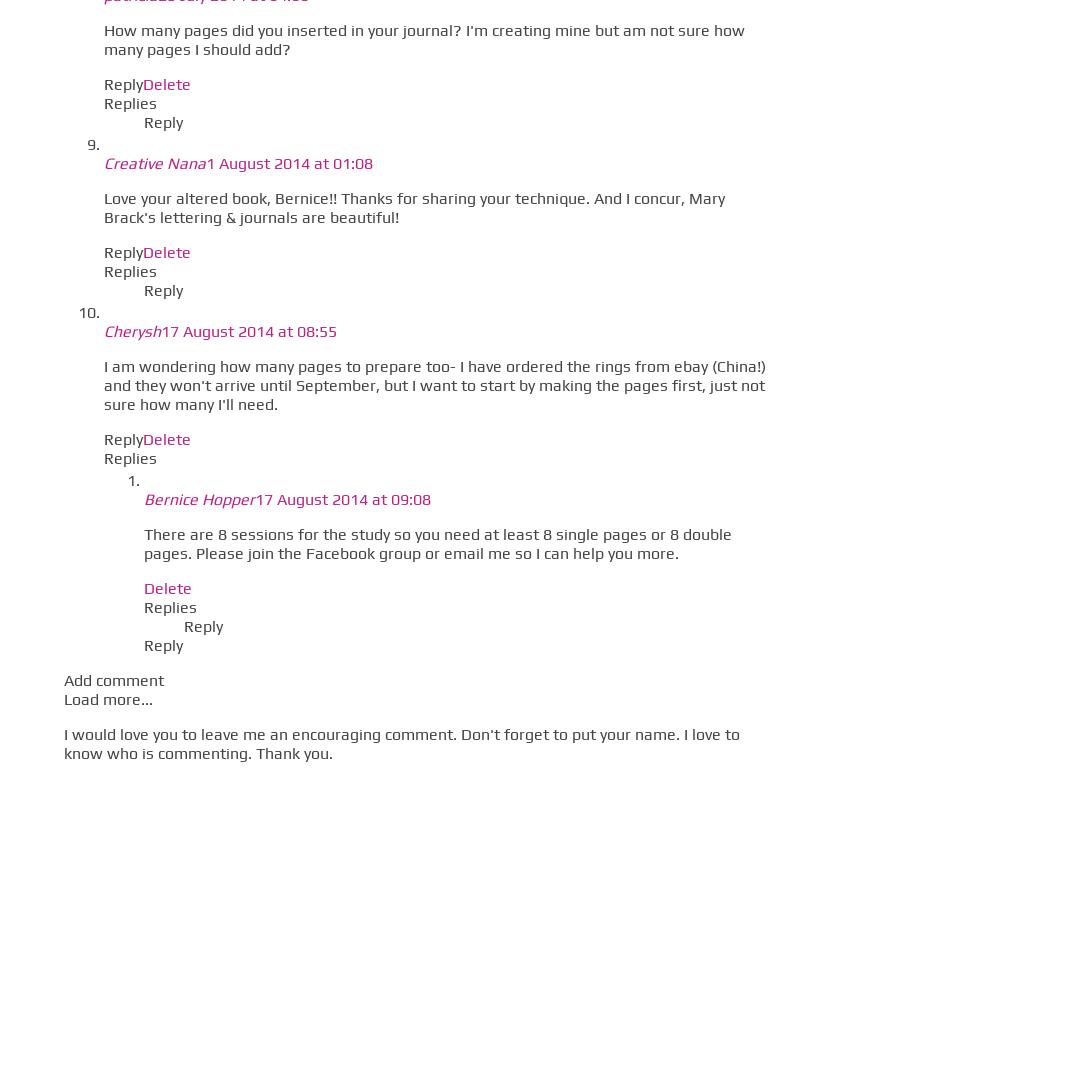  I want to click on 'I am wondering how many pages to prepare too- I have ordered the rings from ebay (China!) and they won't arrive until September, but I want to start by making the pages first, just not sure how many I'll need.', so click(103, 384).